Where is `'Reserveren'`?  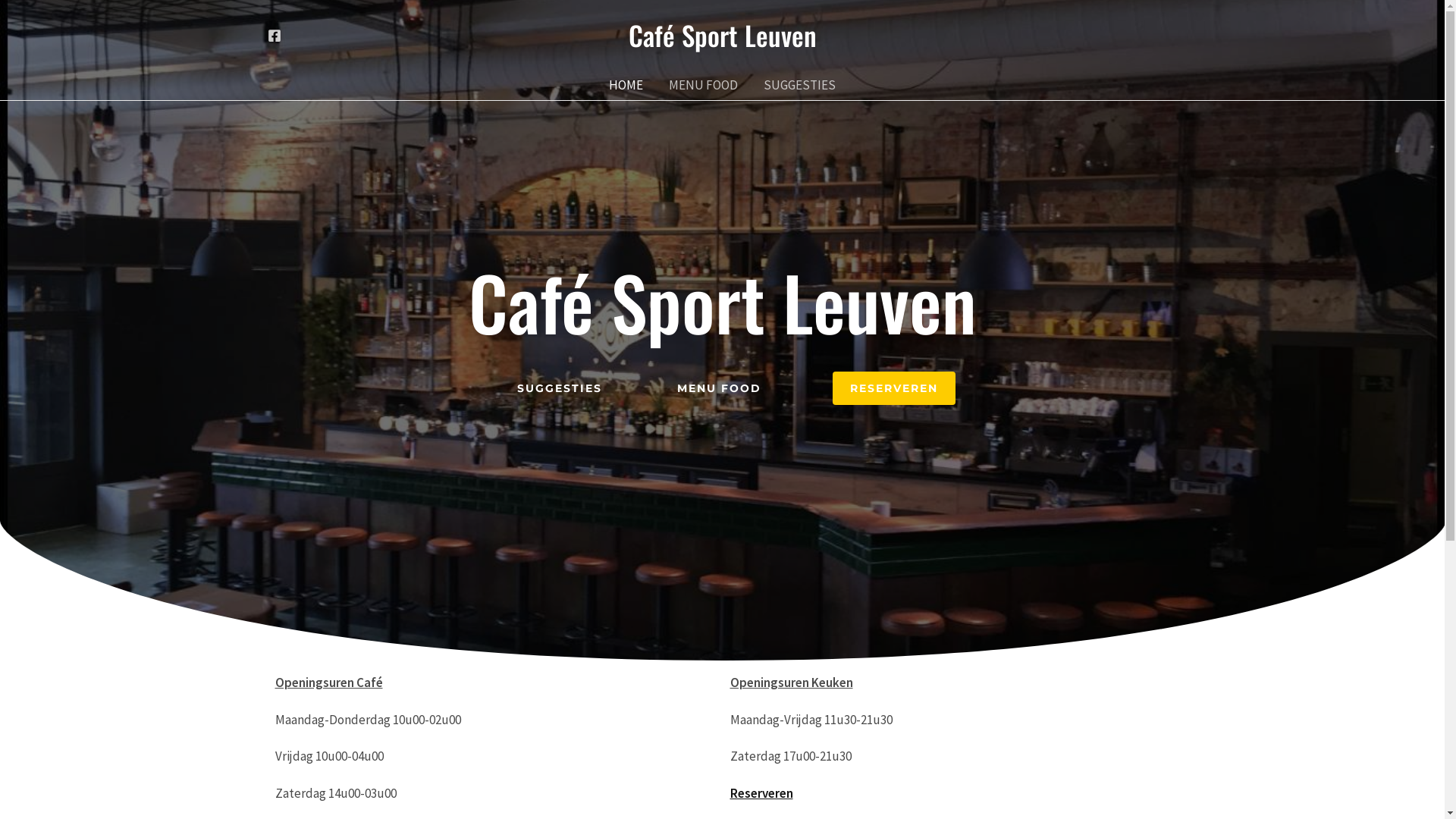
'Reserveren' is located at coordinates (729, 792).